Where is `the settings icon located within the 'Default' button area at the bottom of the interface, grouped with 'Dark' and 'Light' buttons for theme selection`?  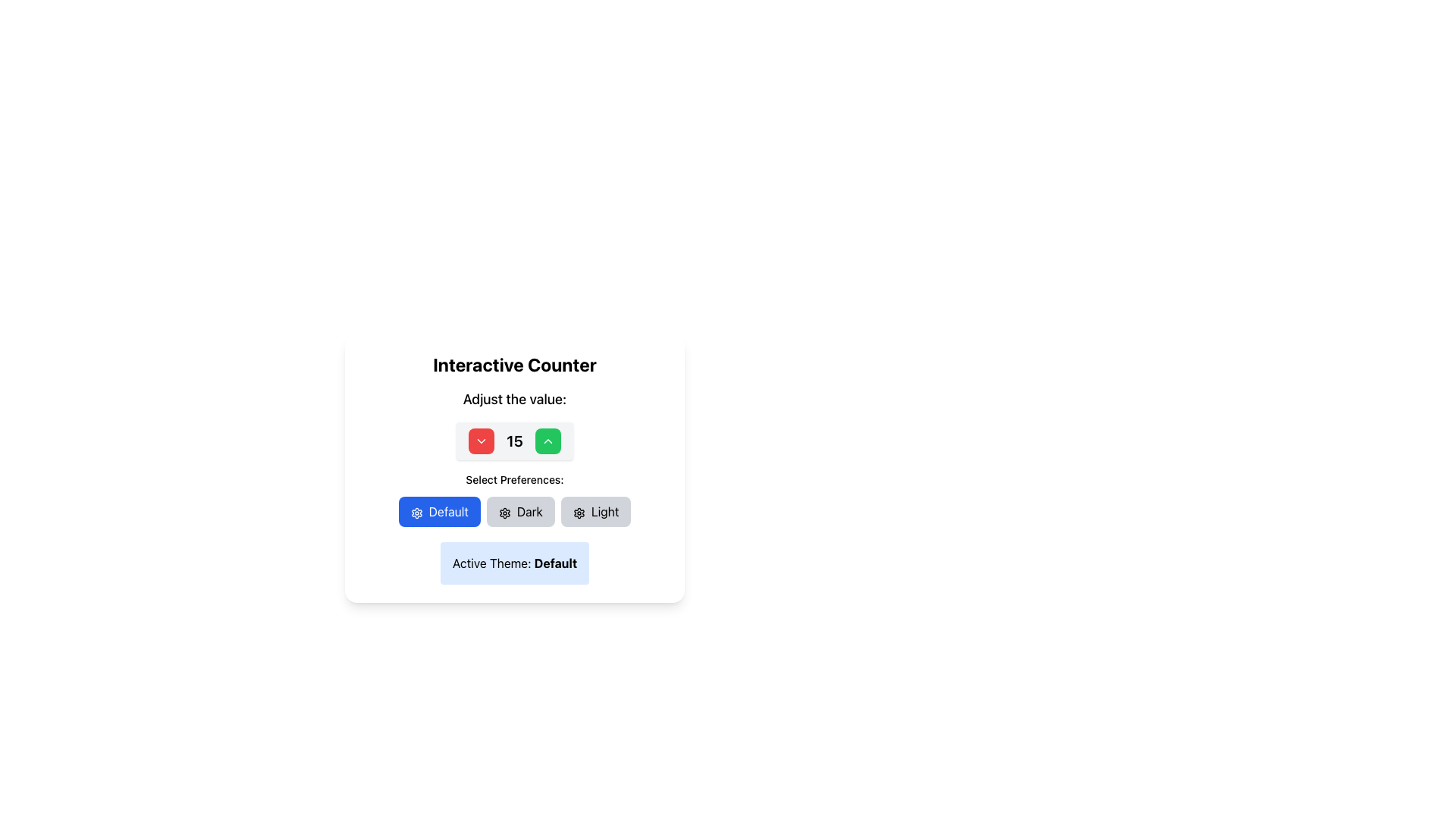
the settings icon located within the 'Default' button area at the bottom of the interface, grouped with 'Dark' and 'Light' buttons for theme selection is located at coordinates (578, 512).